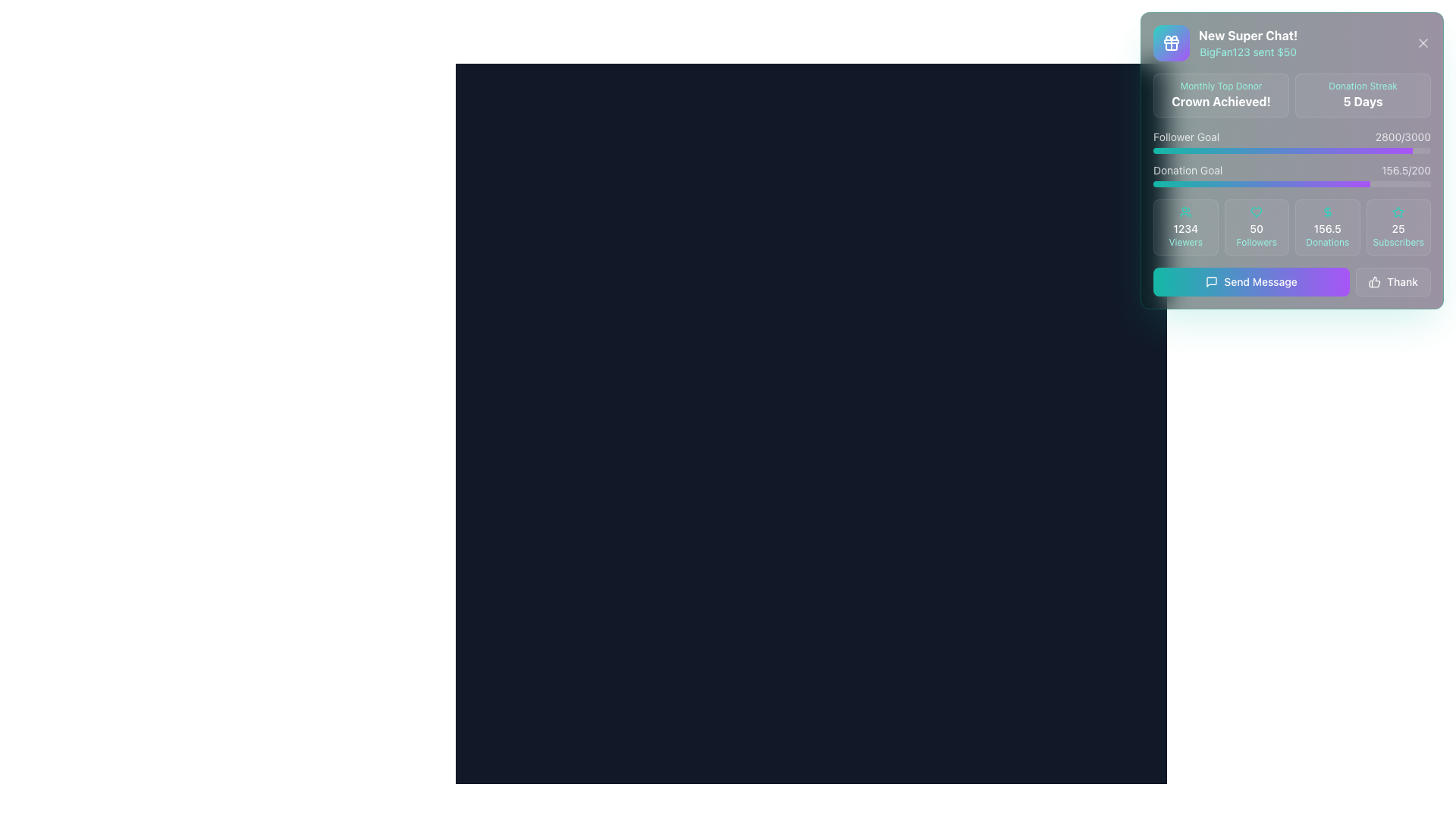 This screenshot has width=1456, height=819. I want to click on the Informational card that displays the current number of viewers, located at the top-left of the grid layout, so click(1185, 227).